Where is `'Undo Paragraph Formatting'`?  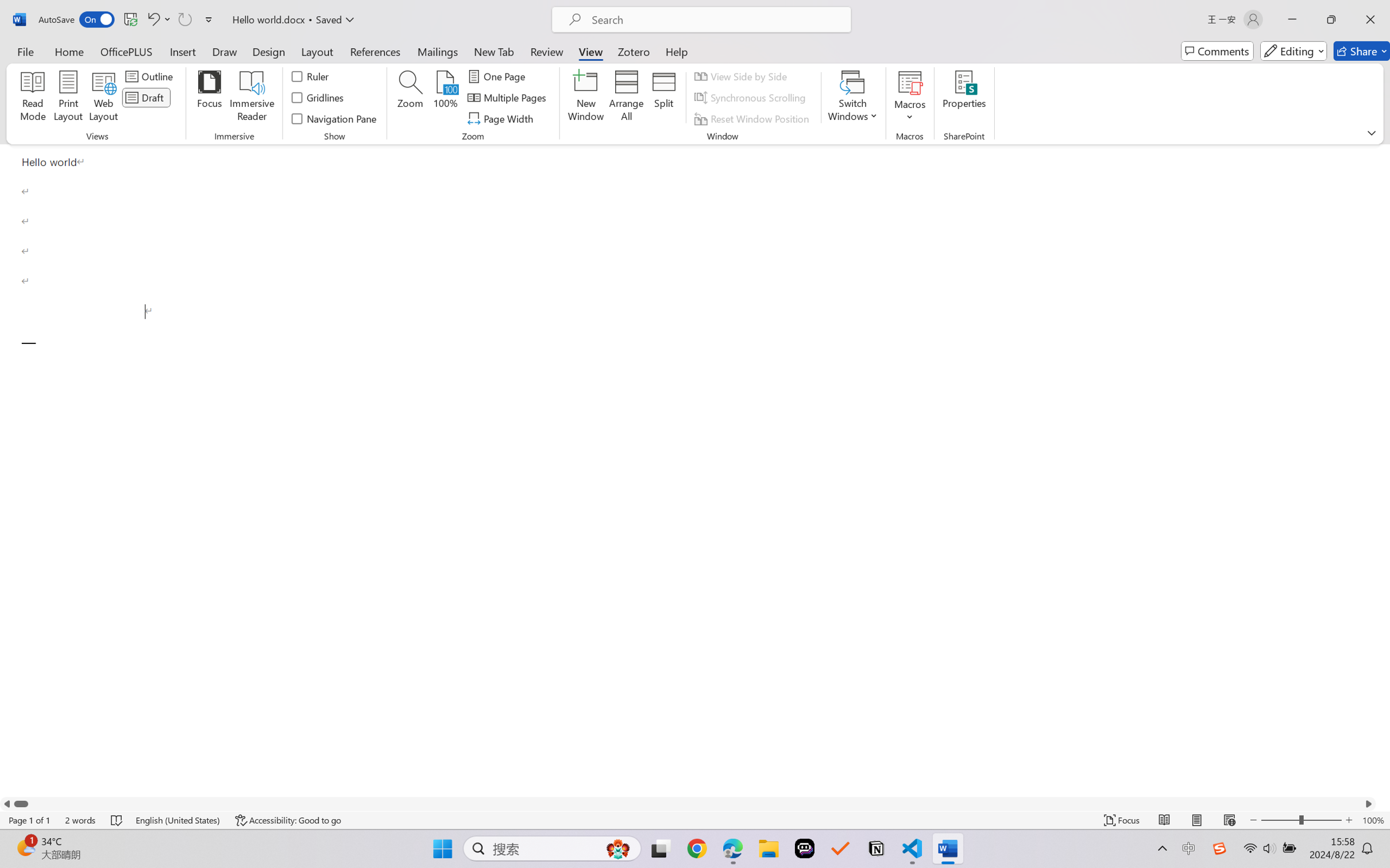
'Undo Paragraph Formatting' is located at coordinates (157, 19).